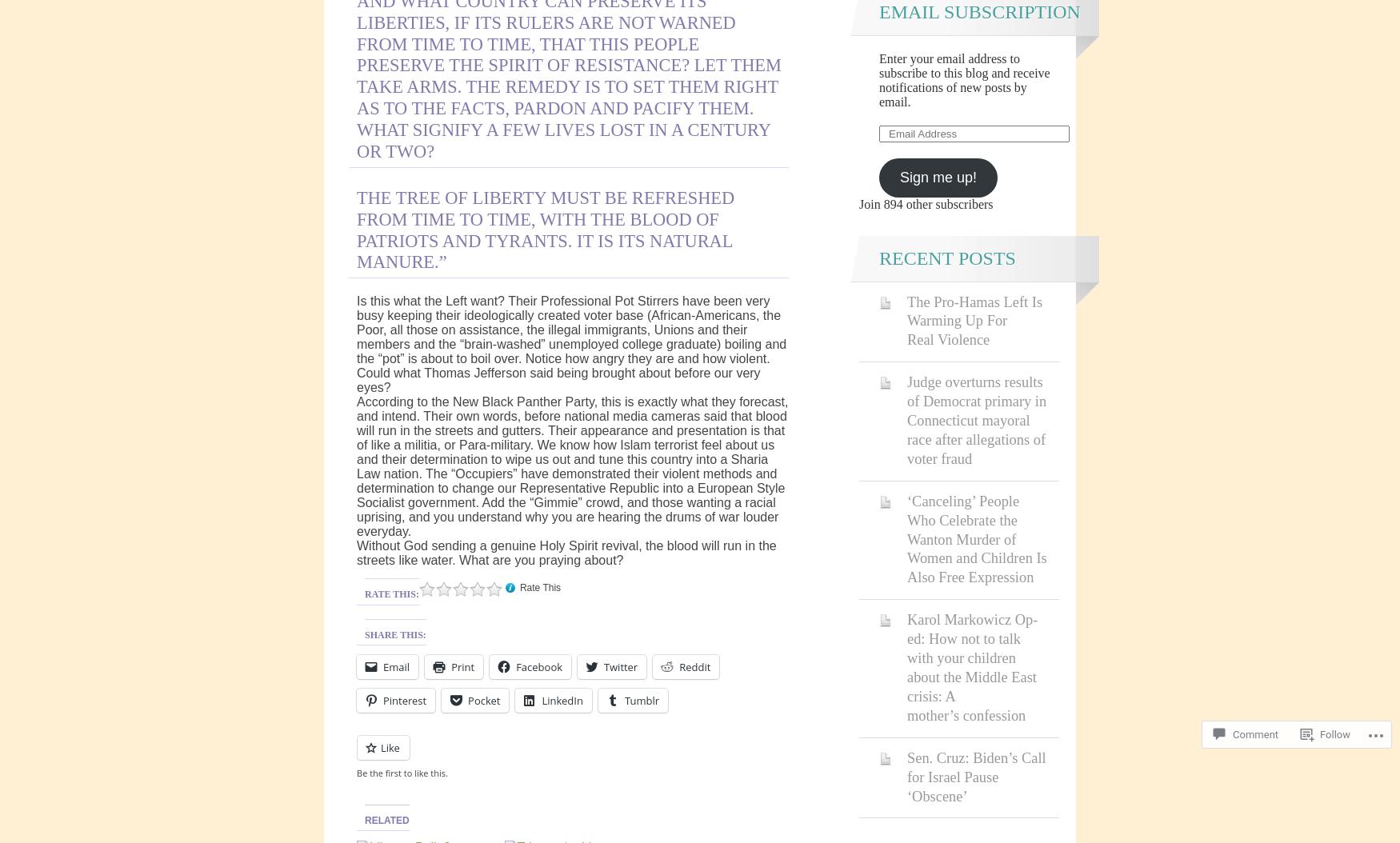 This screenshot has height=843, width=1400. What do you see at coordinates (1319, 733) in the screenshot?
I see `'Follow'` at bounding box center [1319, 733].